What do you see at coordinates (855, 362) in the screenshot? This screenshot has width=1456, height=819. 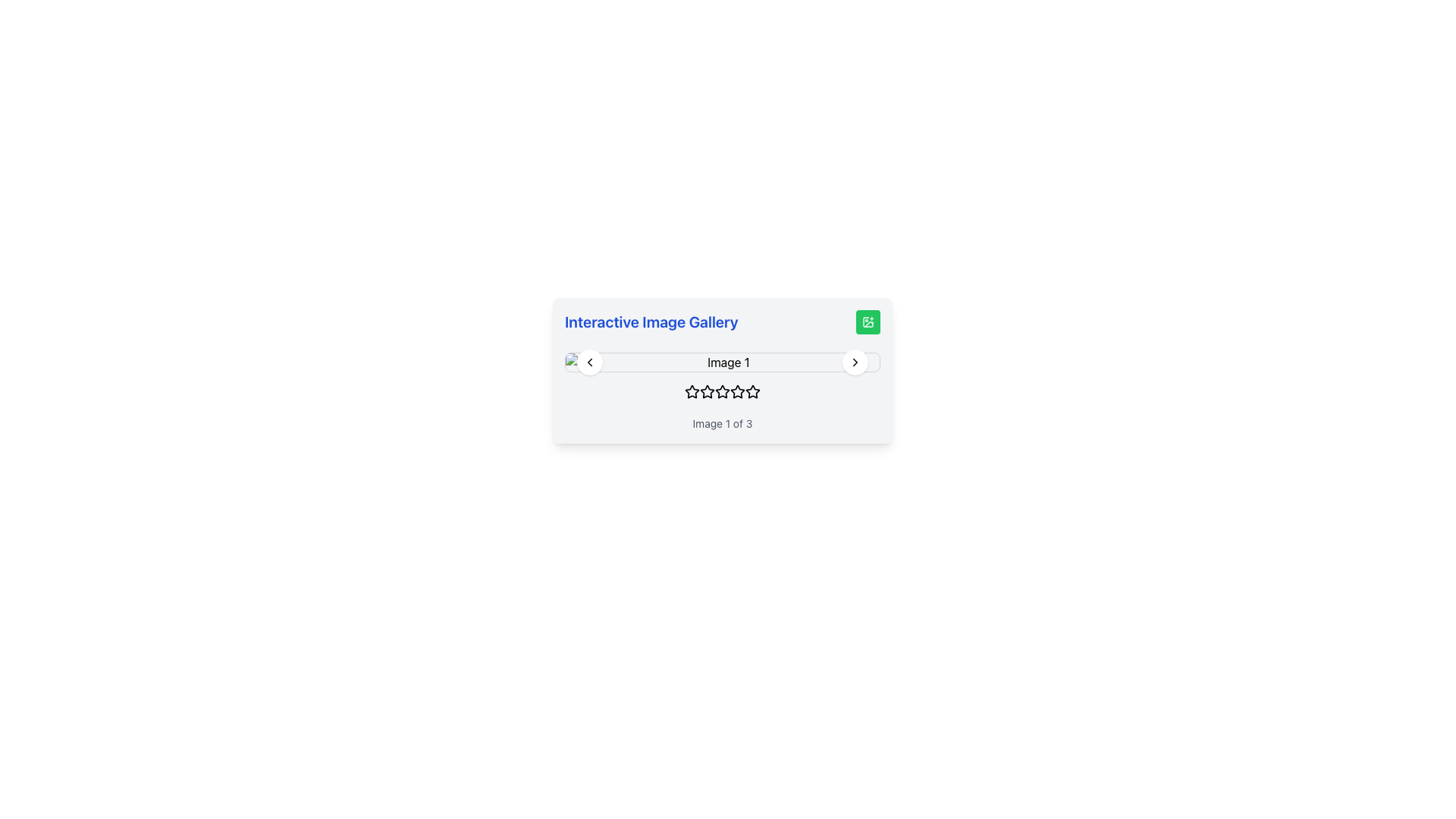 I see `the right-facing arrow icon within the circular button in the navigation strip of the 'Interactive Image Gallery' interface` at bounding box center [855, 362].